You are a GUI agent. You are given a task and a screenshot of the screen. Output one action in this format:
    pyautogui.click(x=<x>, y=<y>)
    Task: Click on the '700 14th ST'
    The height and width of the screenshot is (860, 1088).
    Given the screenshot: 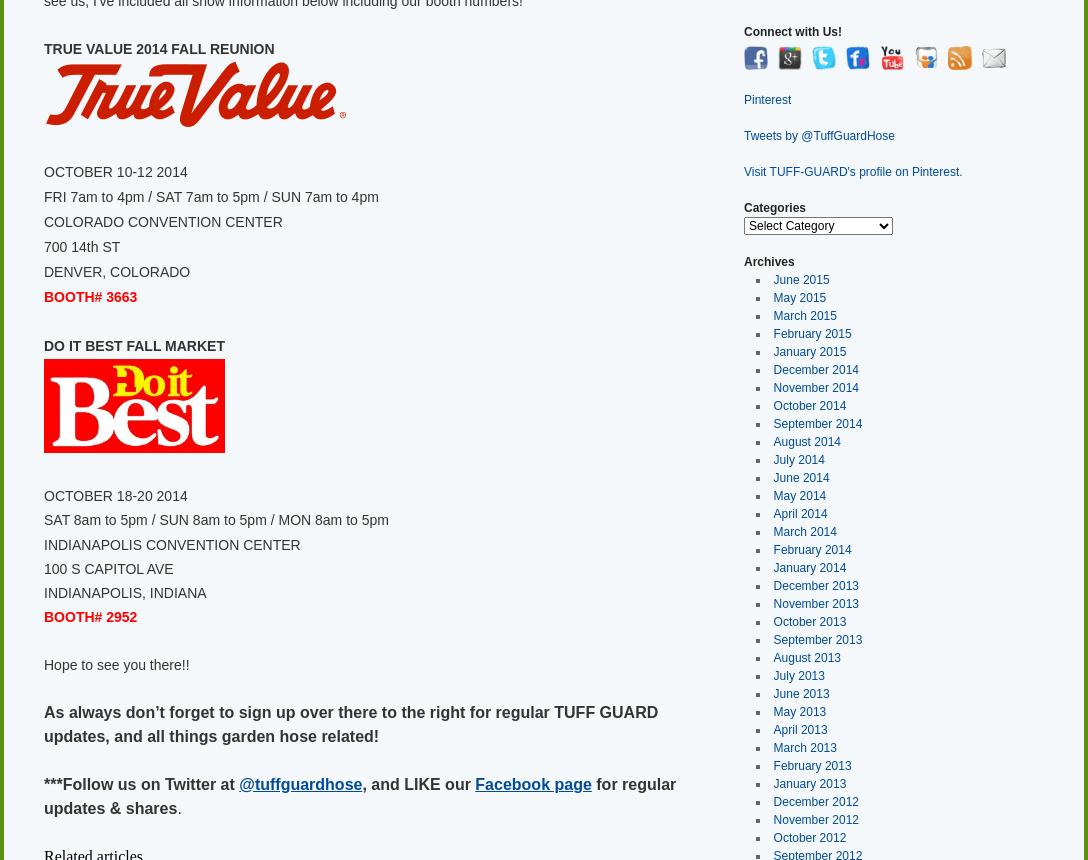 What is the action you would take?
    pyautogui.click(x=82, y=245)
    